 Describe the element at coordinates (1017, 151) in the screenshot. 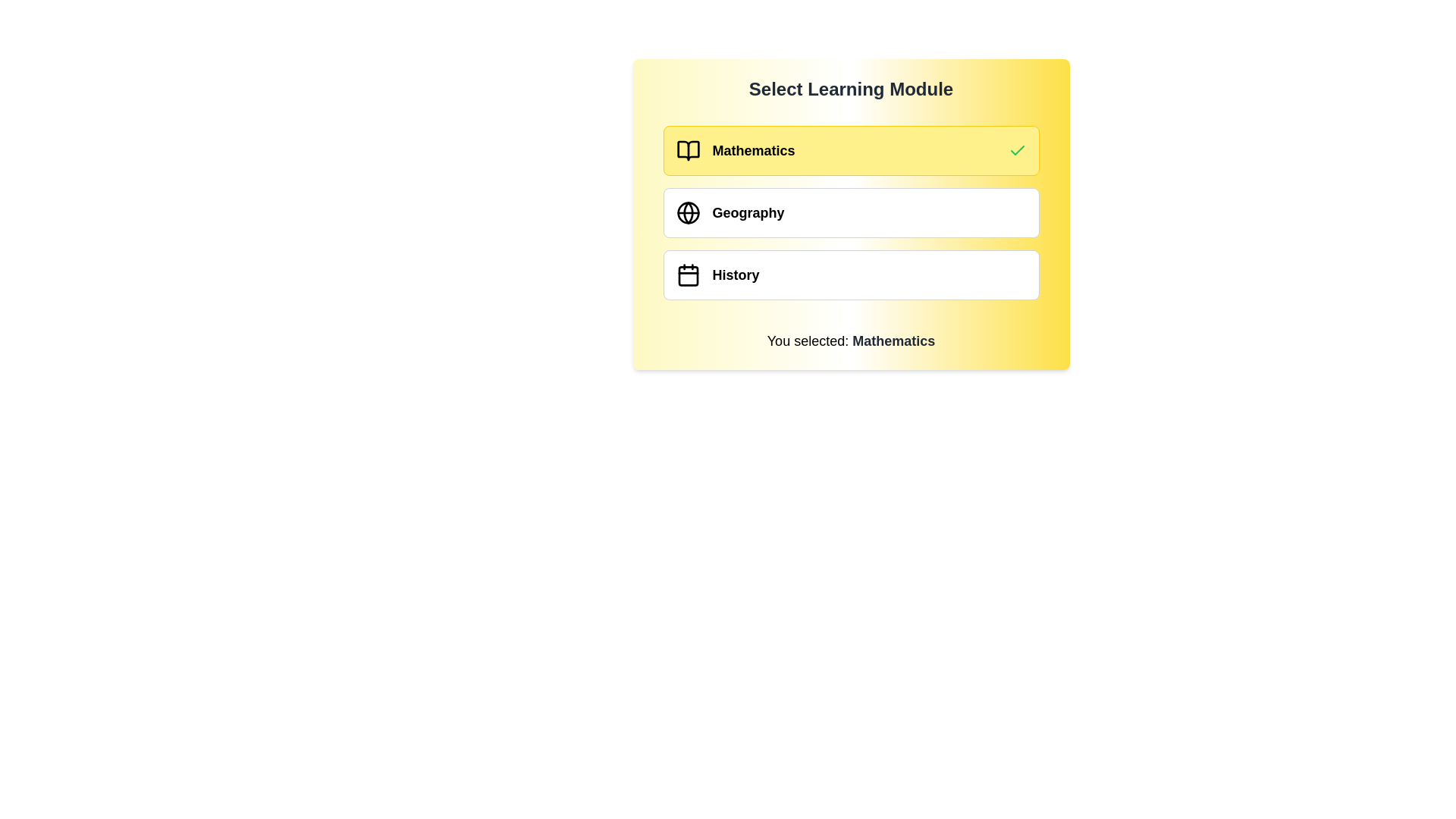

I see `the selected checkmark icon indicating the 'Mathematics' module, confirming it is currently chosen` at that location.